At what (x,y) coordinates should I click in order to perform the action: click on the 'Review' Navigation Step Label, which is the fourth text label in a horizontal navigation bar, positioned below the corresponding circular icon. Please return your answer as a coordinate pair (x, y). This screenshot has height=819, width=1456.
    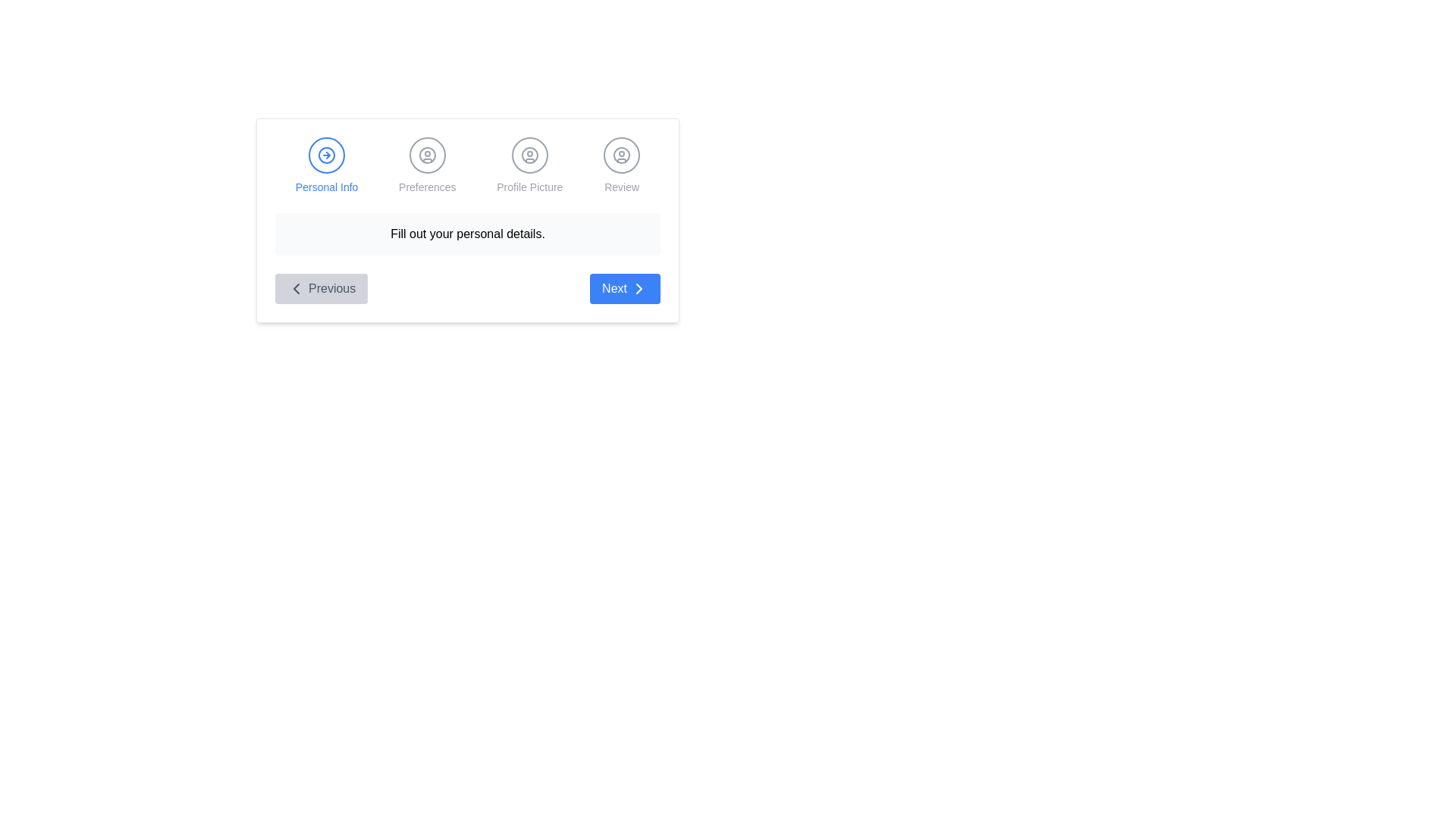
    Looking at the image, I should click on (622, 186).